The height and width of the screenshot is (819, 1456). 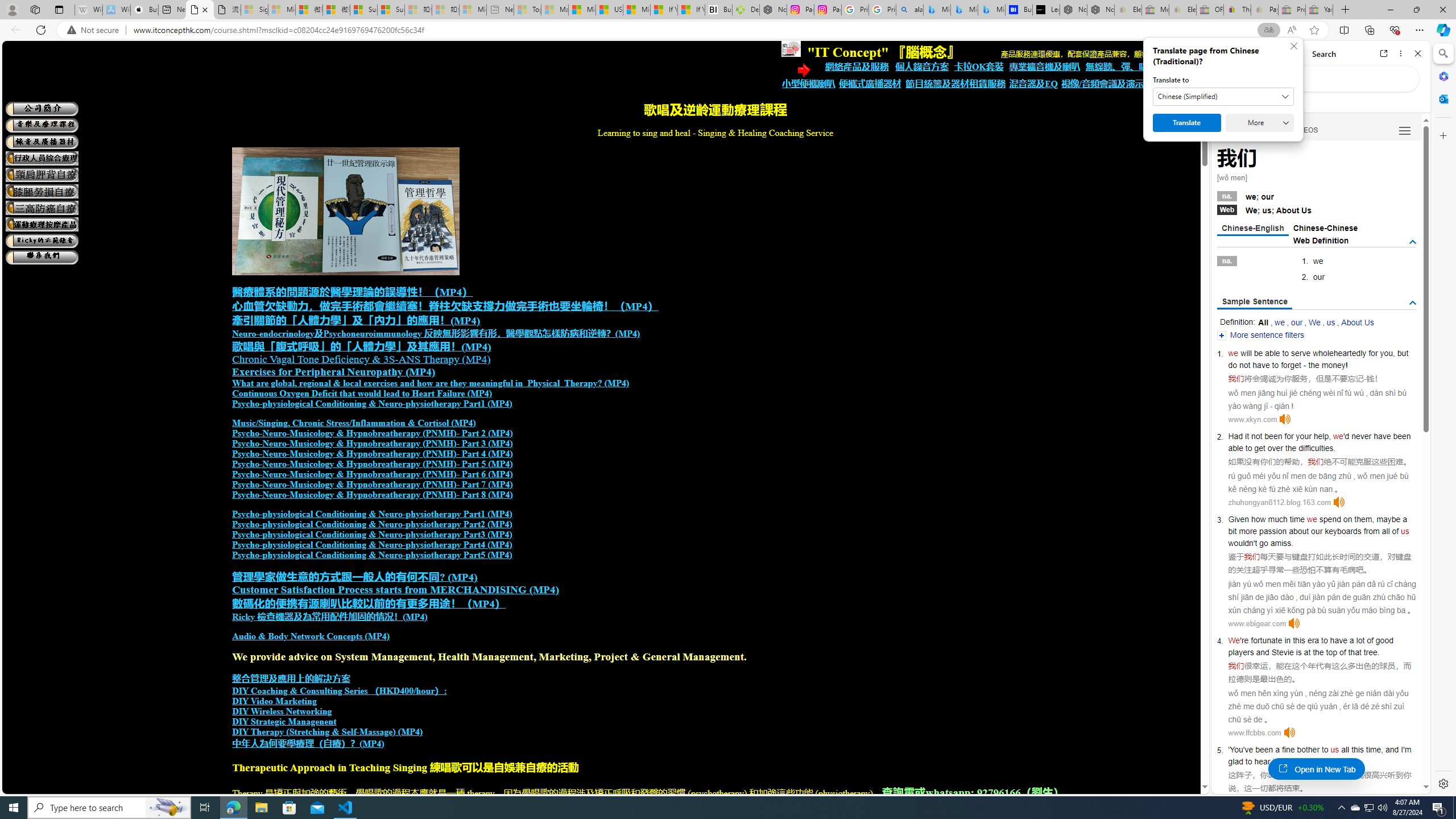 I want to click on 'Audio & Body Network Concepts (MP4)', so click(x=311, y=636).